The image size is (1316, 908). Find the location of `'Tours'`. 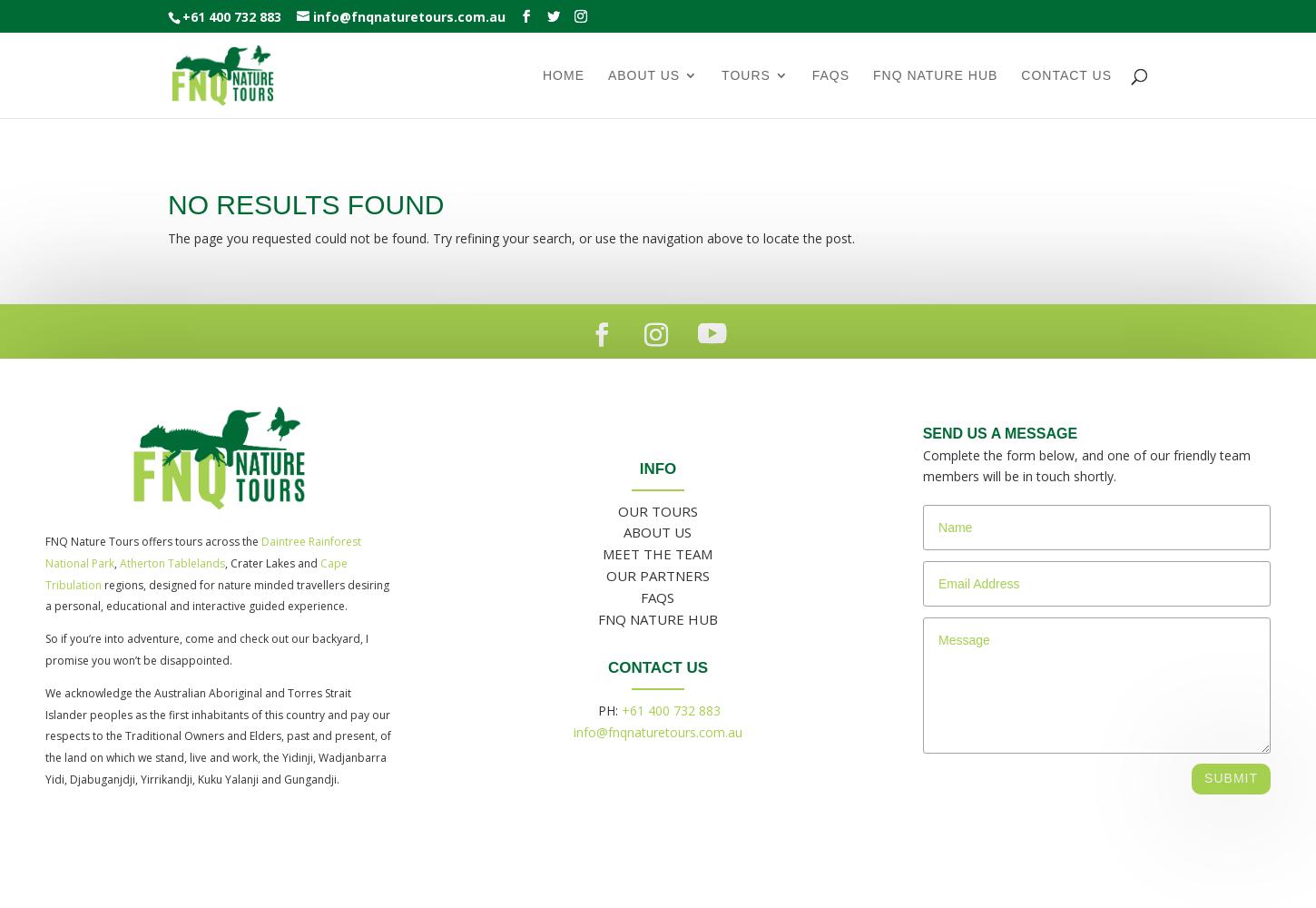

'Tours' is located at coordinates (745, 74).